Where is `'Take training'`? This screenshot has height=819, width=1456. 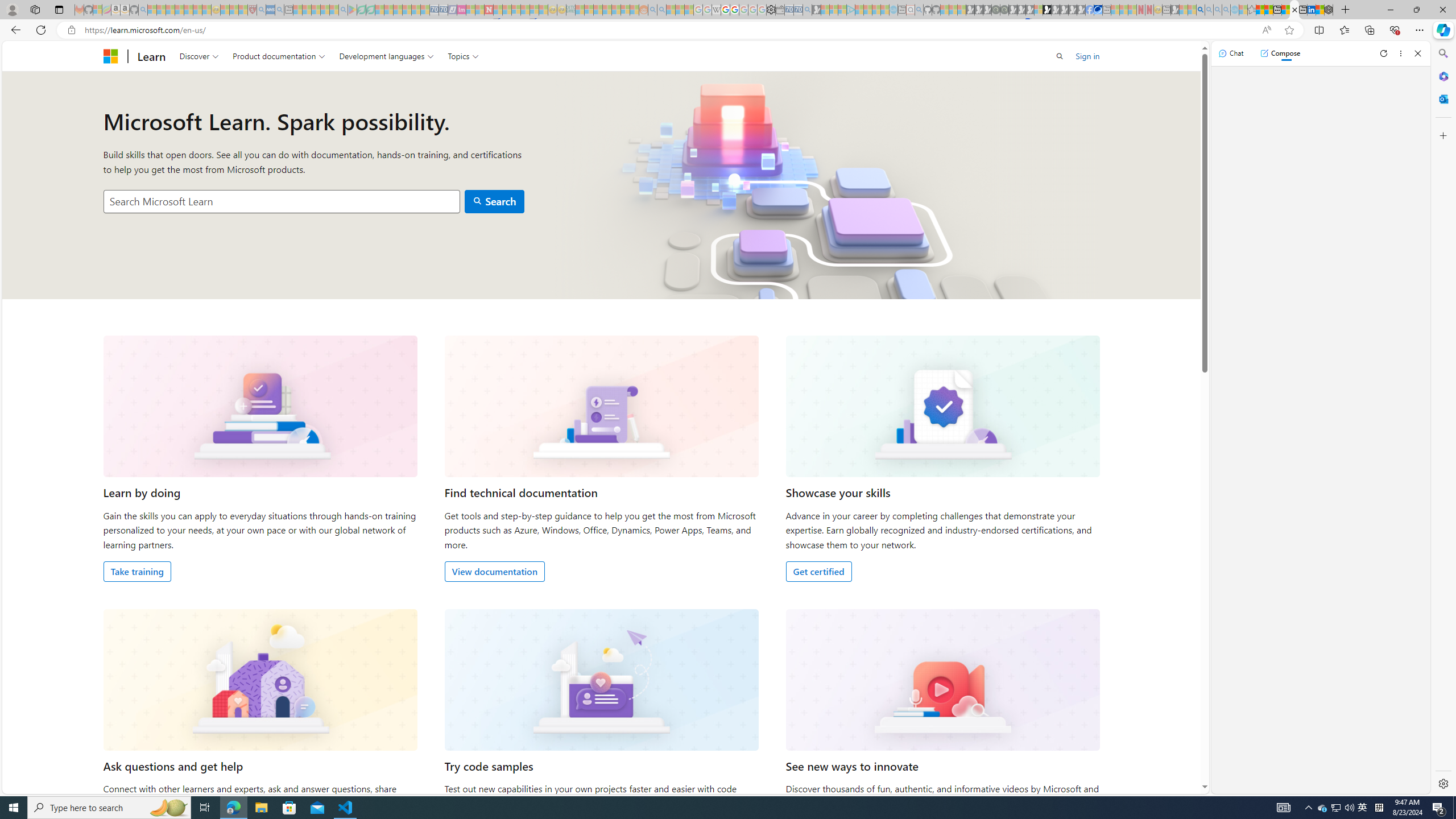
'Take training' is located at coordinates (136, 570).